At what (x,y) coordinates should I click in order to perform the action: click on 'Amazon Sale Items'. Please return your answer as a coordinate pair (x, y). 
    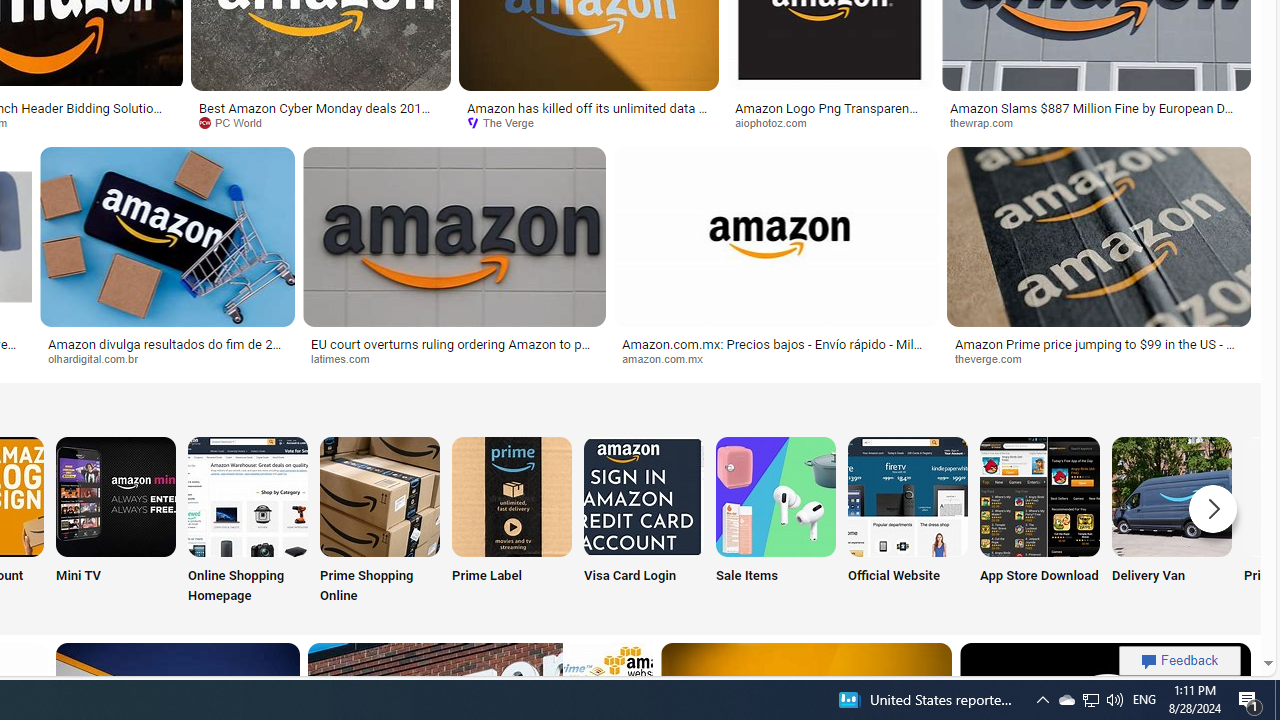
    Looking at the image, I should click on (774, 495).